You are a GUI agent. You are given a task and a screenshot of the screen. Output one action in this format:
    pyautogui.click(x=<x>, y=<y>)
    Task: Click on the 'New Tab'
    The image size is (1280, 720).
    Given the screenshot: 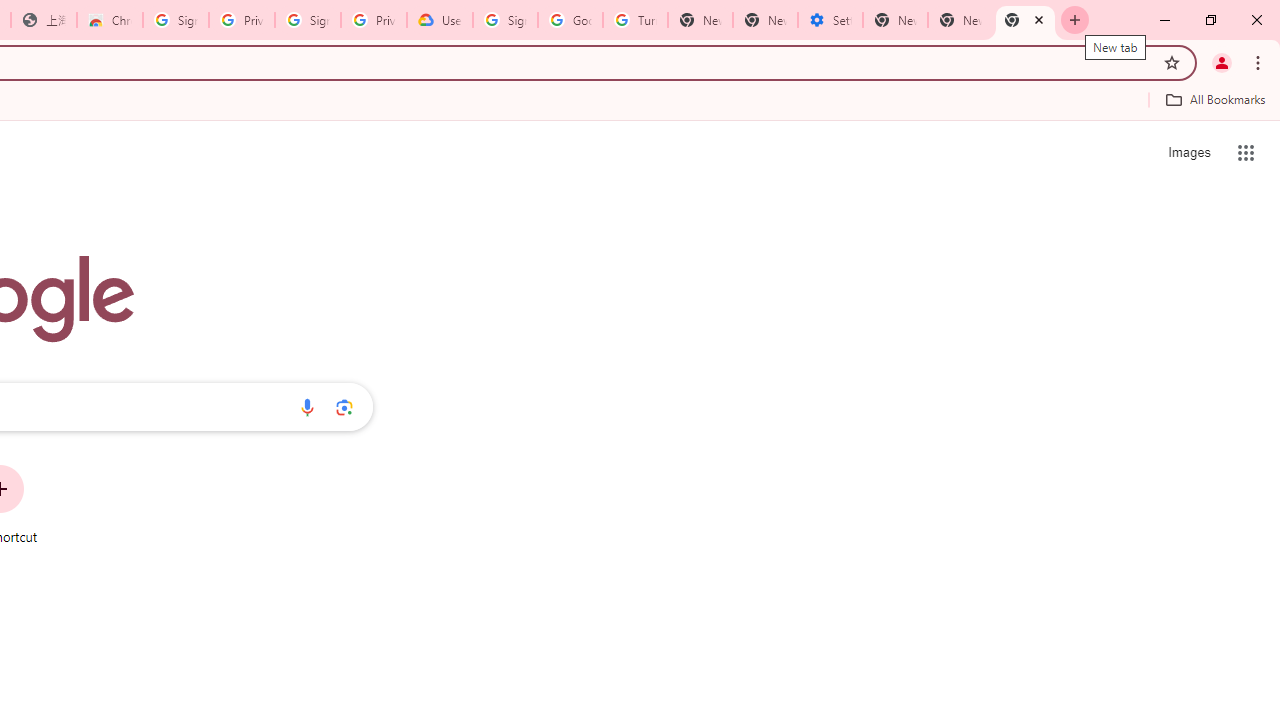 What is the action you would take?
    pyautogui.click(x=1025, y=20)
    